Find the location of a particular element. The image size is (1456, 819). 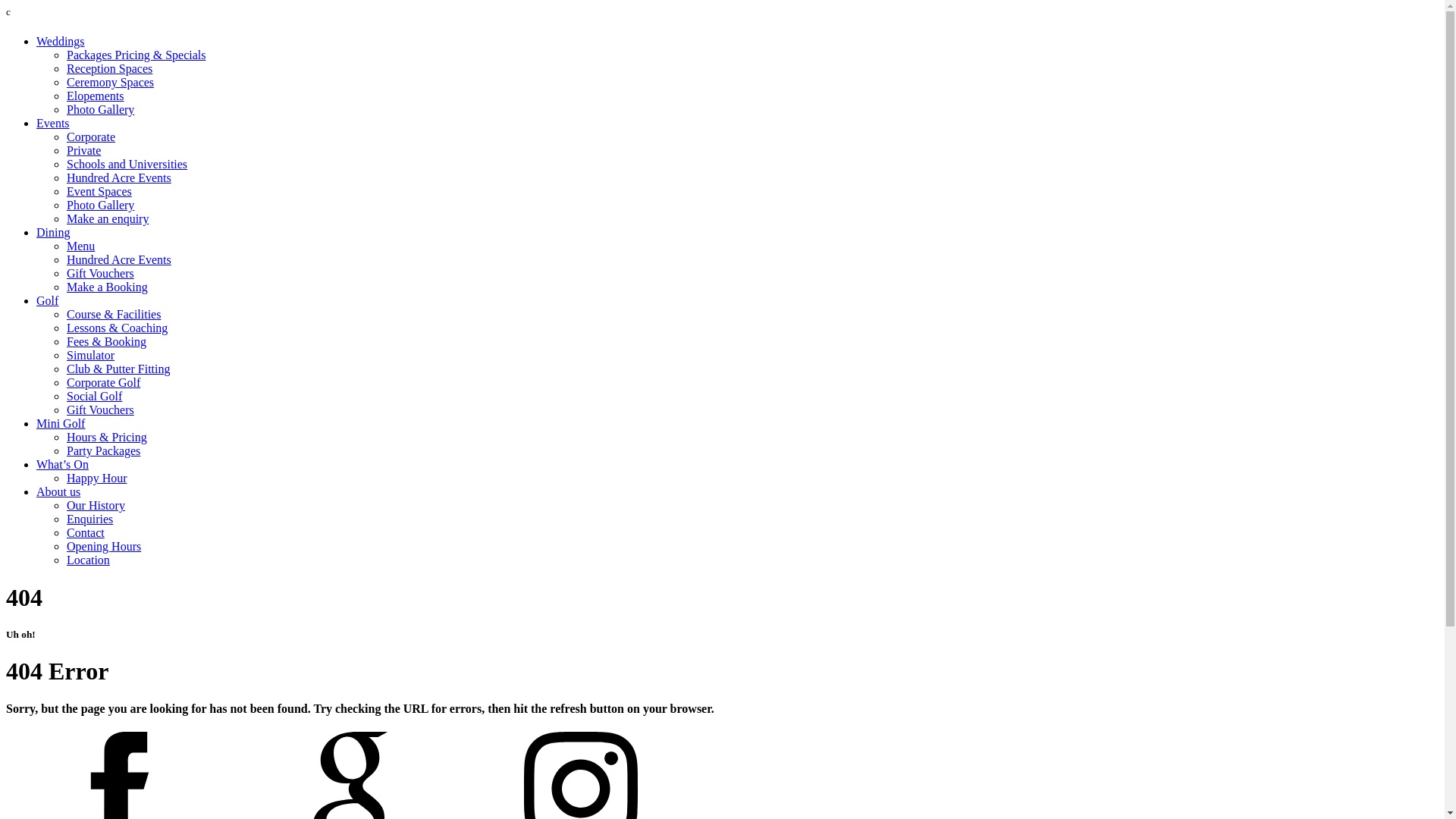

'Fees & Booking' is located at coordinates (65, 341).